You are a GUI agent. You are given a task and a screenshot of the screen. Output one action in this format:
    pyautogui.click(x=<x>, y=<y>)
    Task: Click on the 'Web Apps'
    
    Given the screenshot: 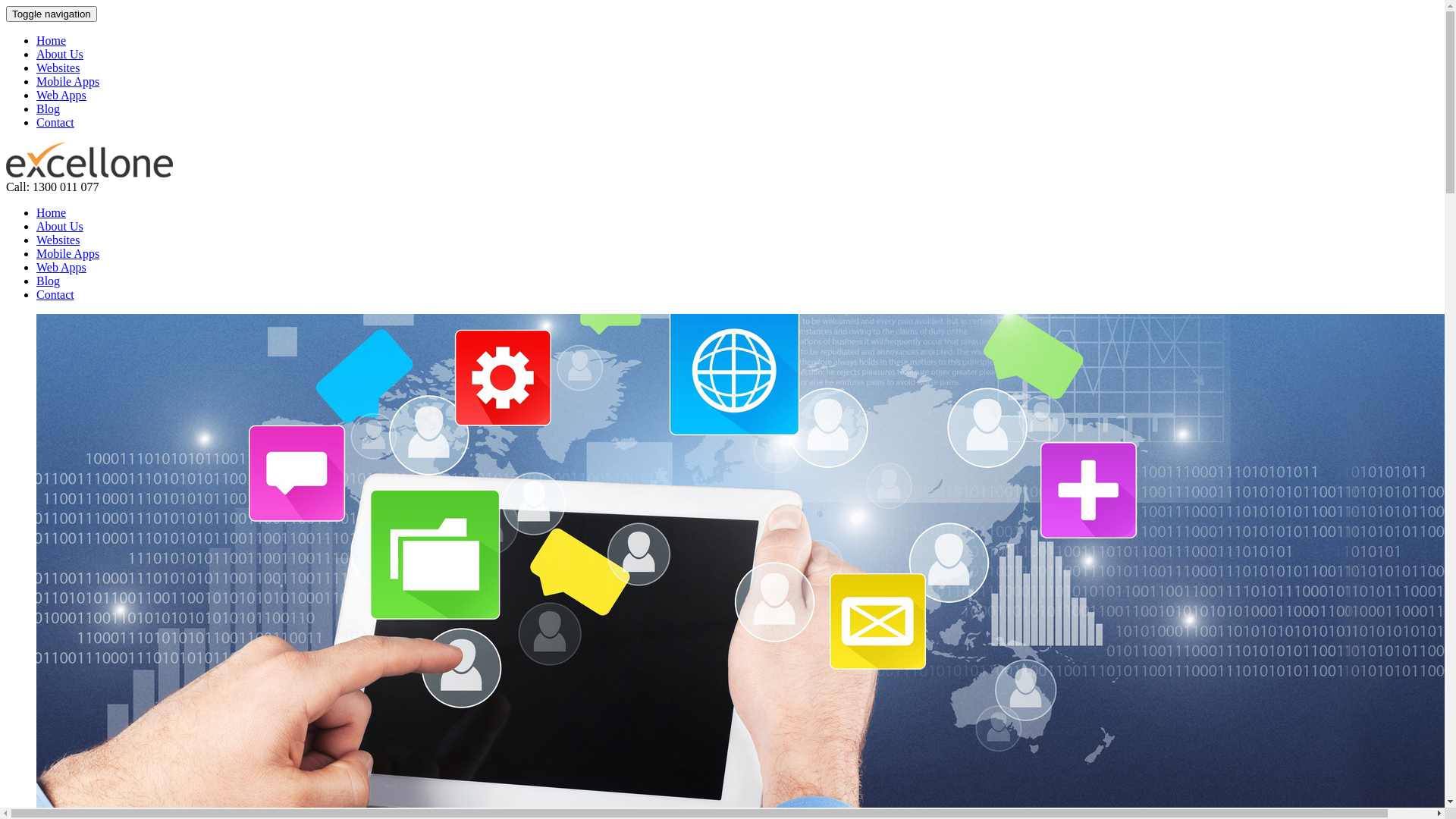 What is the action you would take?
    pyautogui.click(x=36, y=266)
    